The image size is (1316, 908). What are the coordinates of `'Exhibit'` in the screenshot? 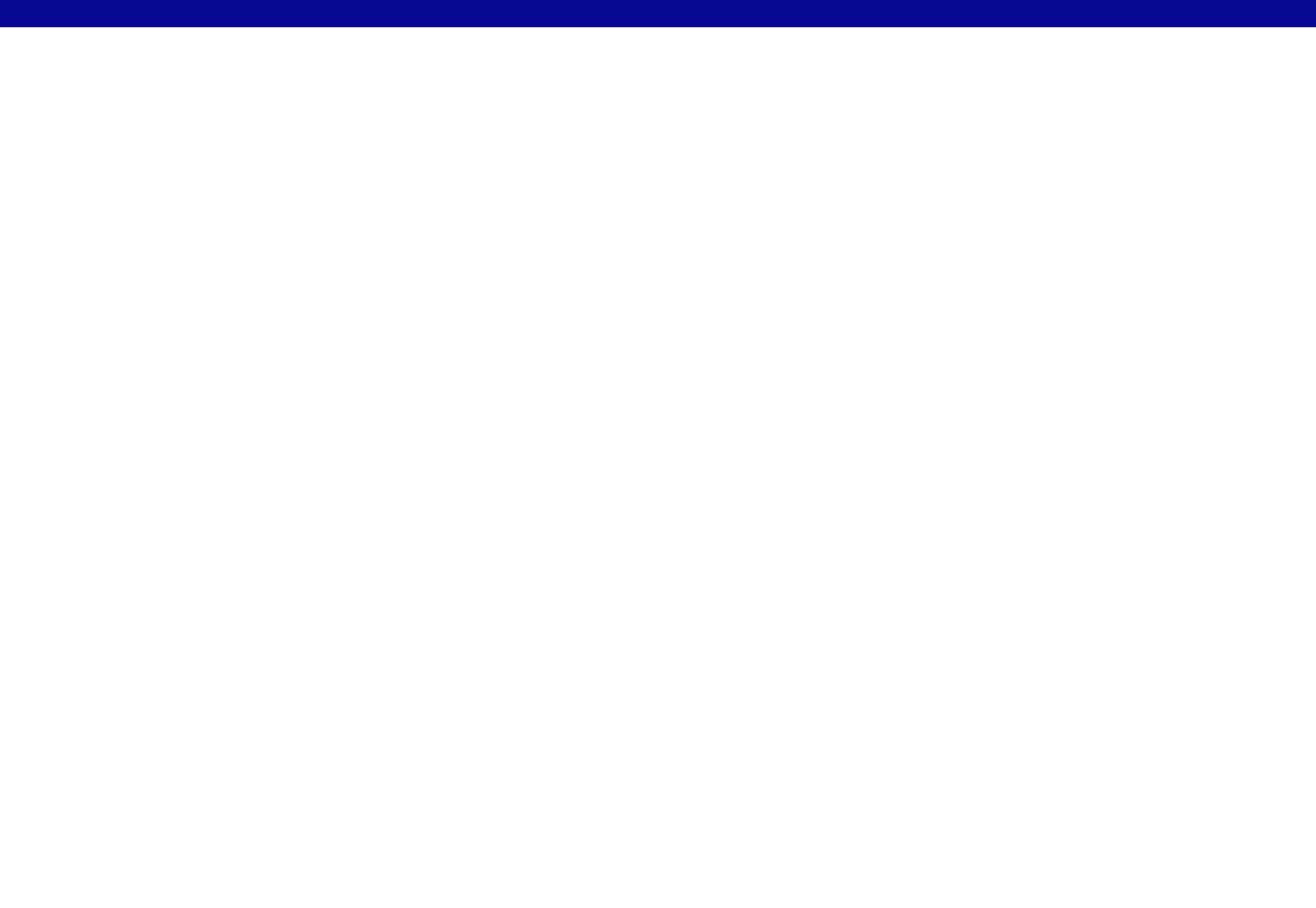 It's located at (494, 70).